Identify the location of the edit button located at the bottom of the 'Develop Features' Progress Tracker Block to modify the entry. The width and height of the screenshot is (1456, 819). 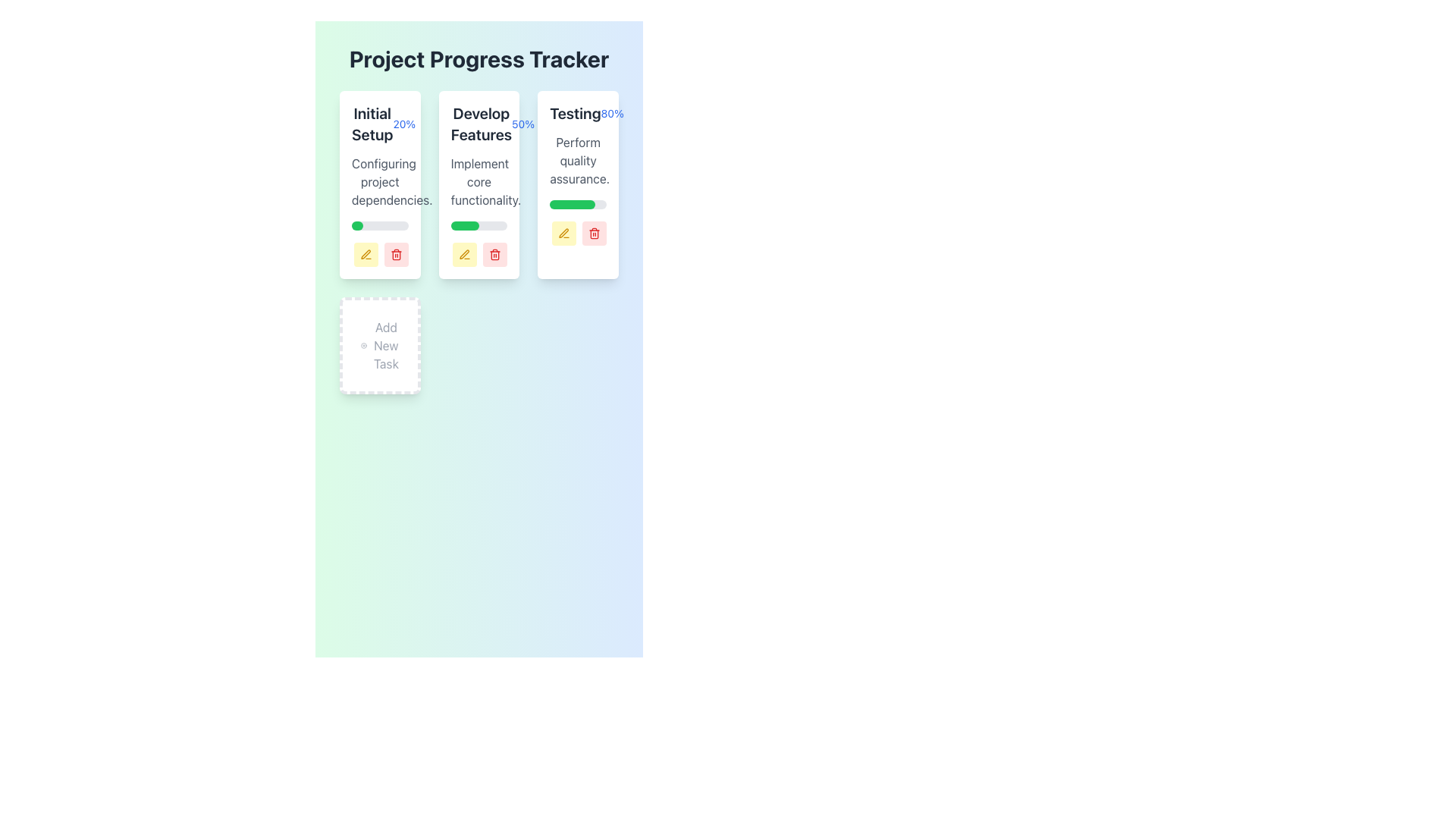
(479, 242).